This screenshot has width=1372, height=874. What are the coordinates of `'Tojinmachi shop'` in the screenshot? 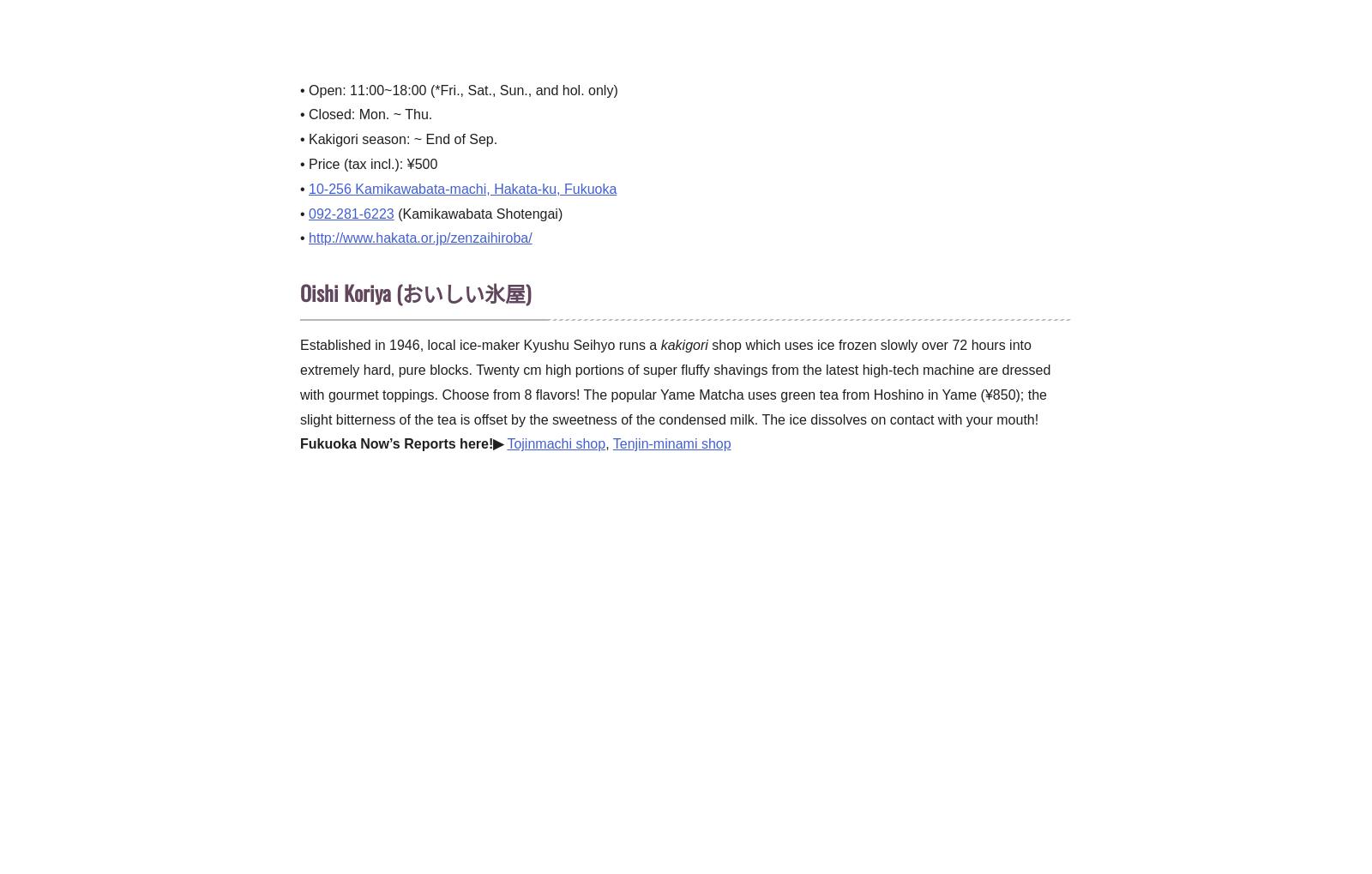 It's located at (506, 443).